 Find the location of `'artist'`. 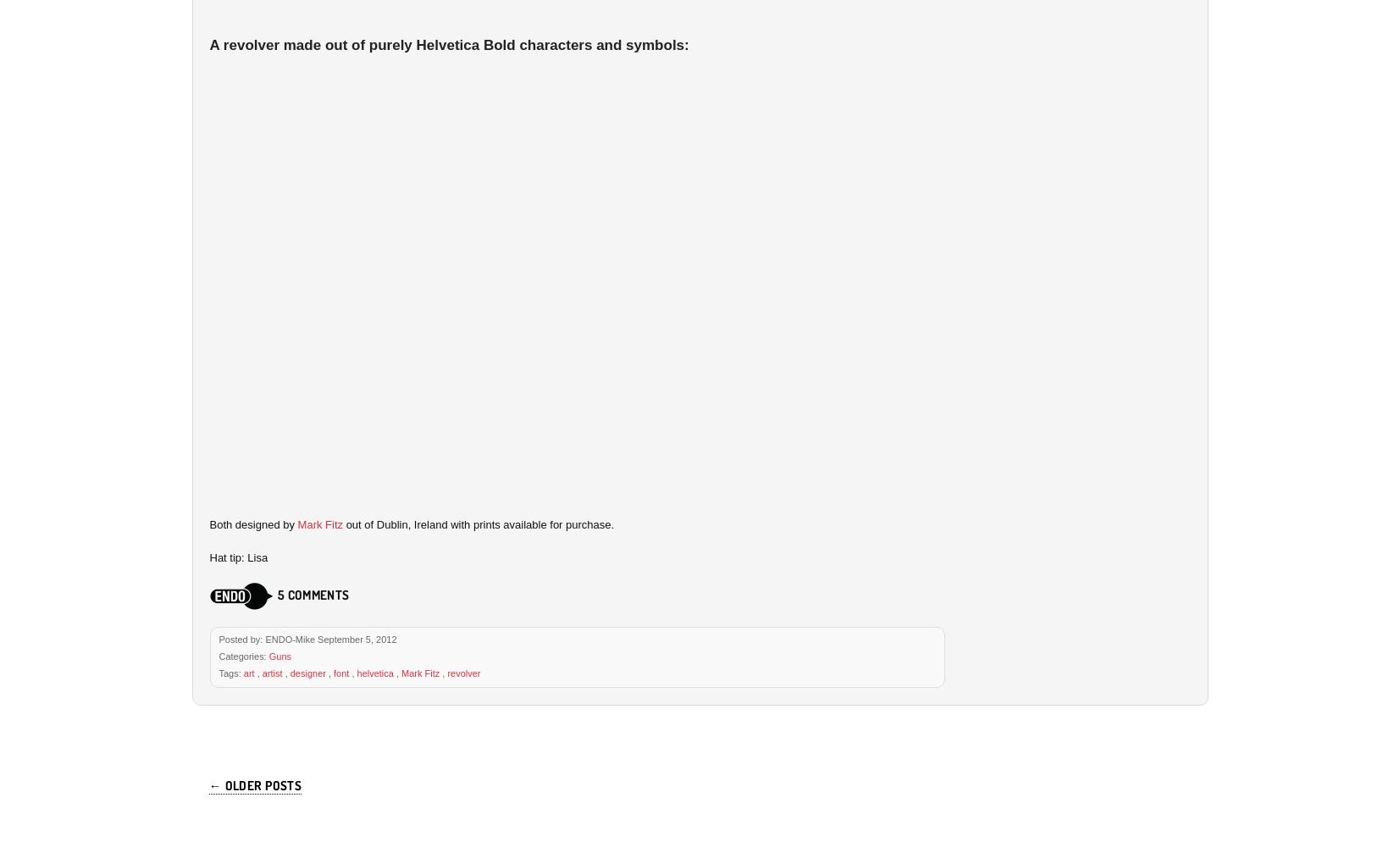

'artist' is located at coordinates (271, 671).